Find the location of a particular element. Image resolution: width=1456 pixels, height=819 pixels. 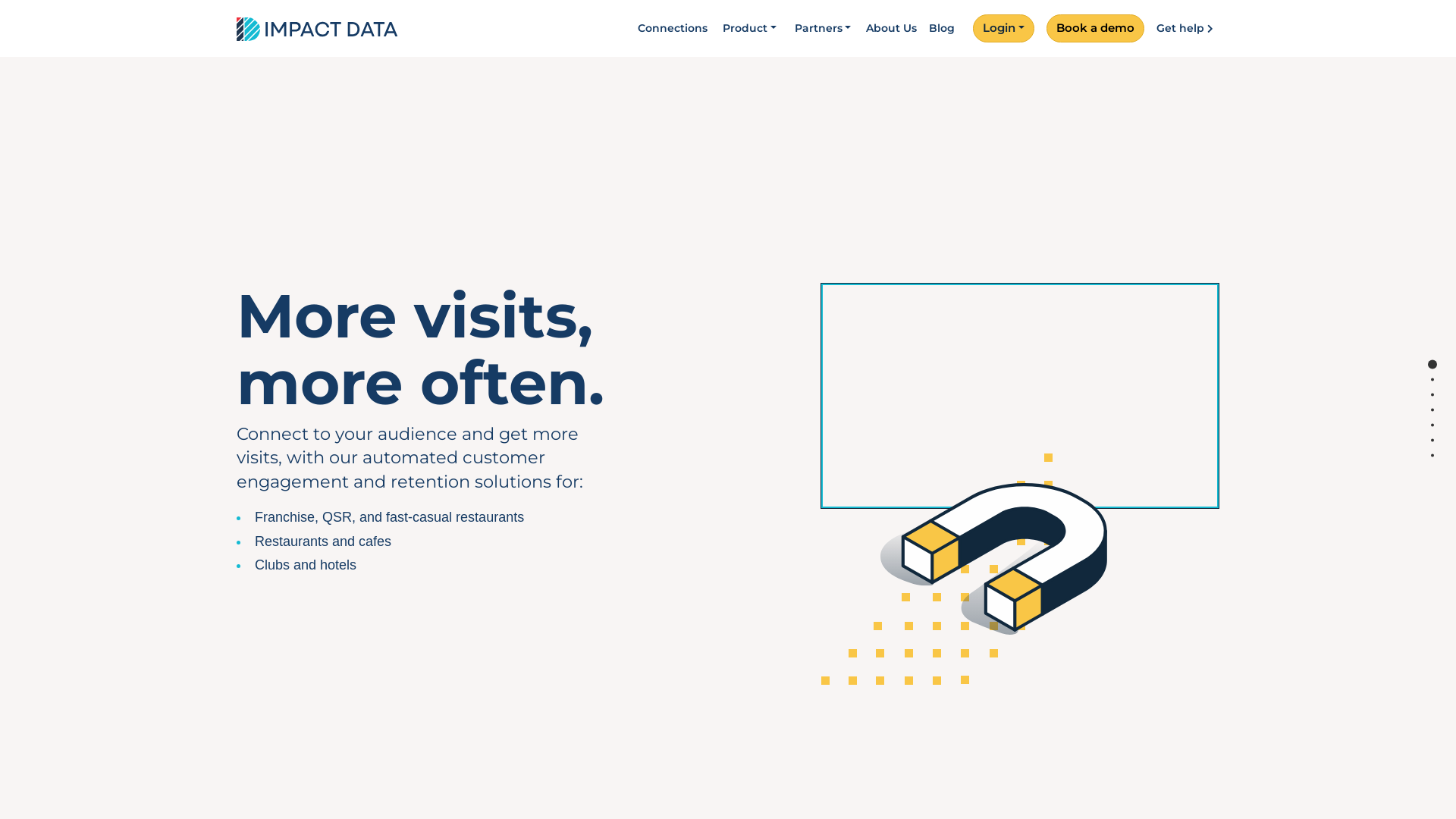

'Section 5' is located at coordinates (1432, 425).